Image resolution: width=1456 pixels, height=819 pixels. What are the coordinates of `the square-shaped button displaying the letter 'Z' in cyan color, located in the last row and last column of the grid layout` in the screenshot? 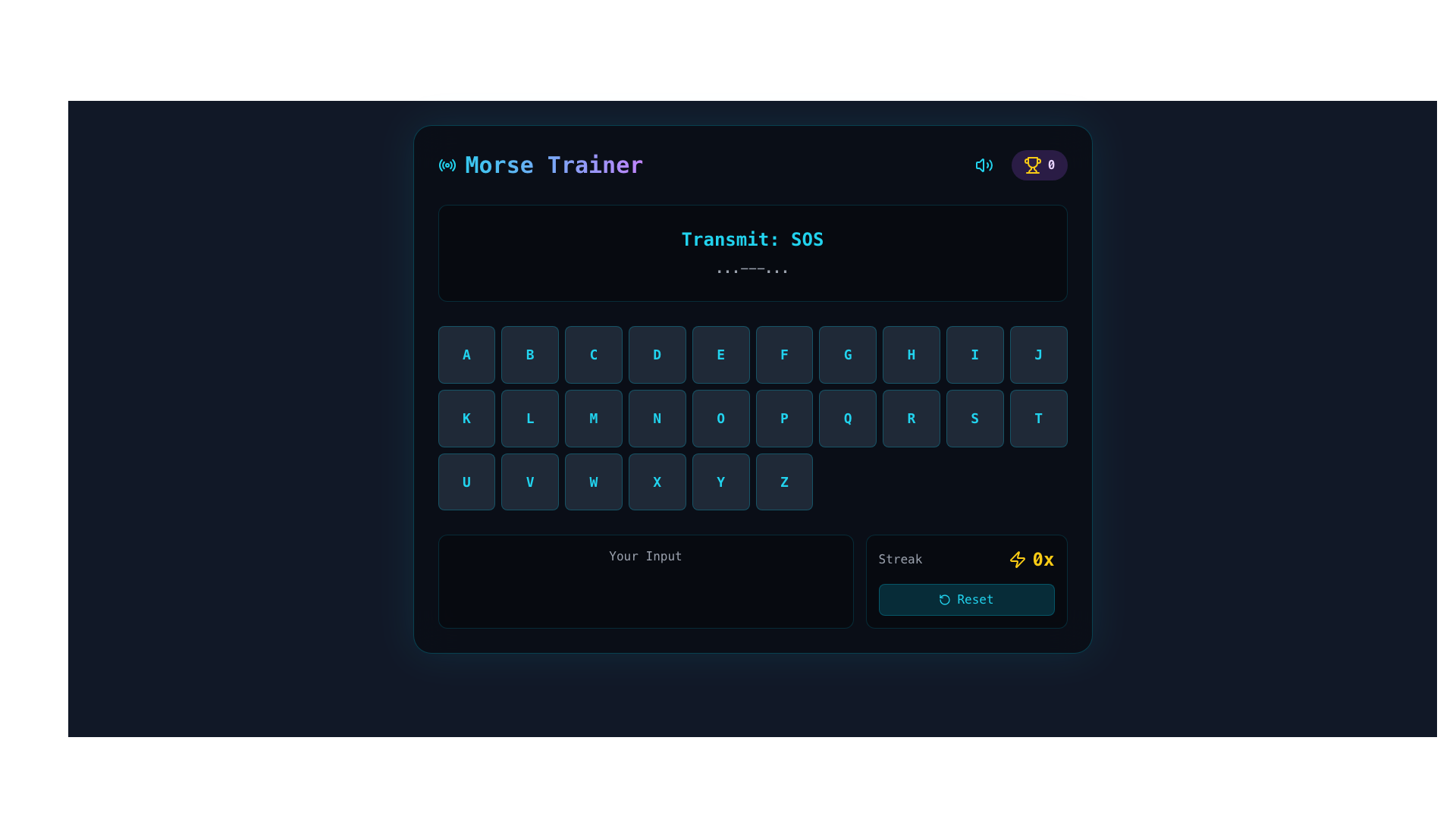 It's located at (784, 482).